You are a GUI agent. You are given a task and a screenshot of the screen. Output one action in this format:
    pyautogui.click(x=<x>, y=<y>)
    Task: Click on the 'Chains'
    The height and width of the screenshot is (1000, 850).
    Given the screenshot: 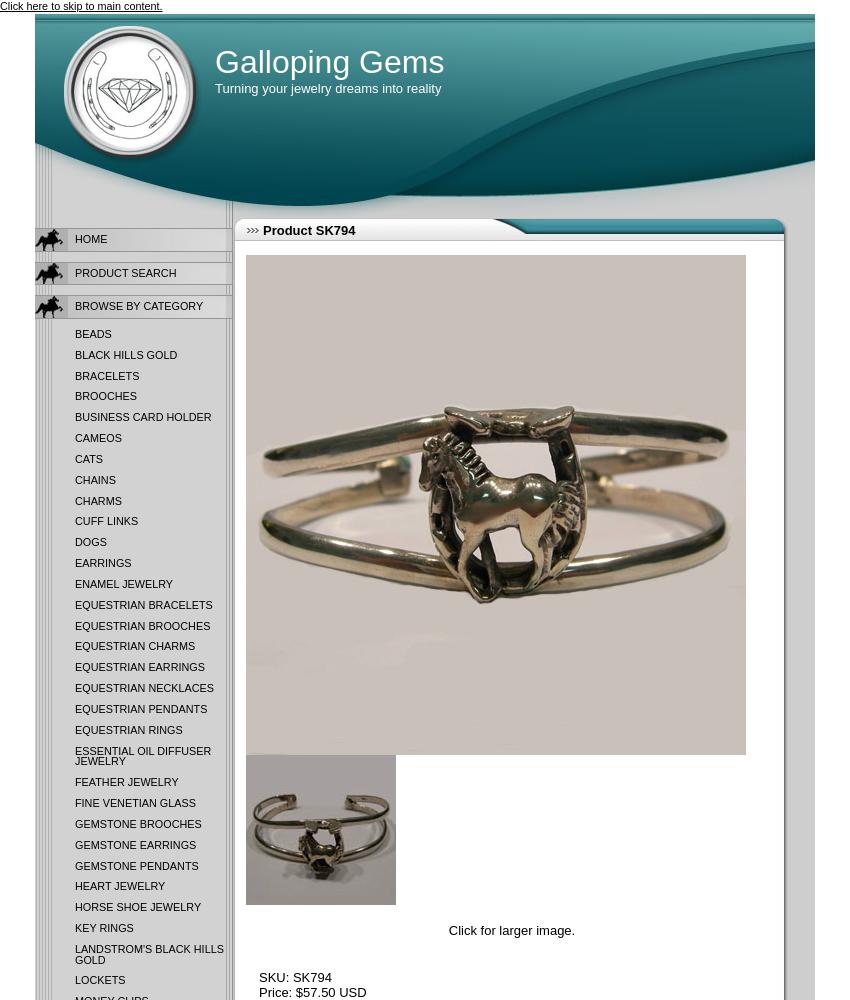 What is the action you would take?
    pyautogui.click(x=94, y=478)
    